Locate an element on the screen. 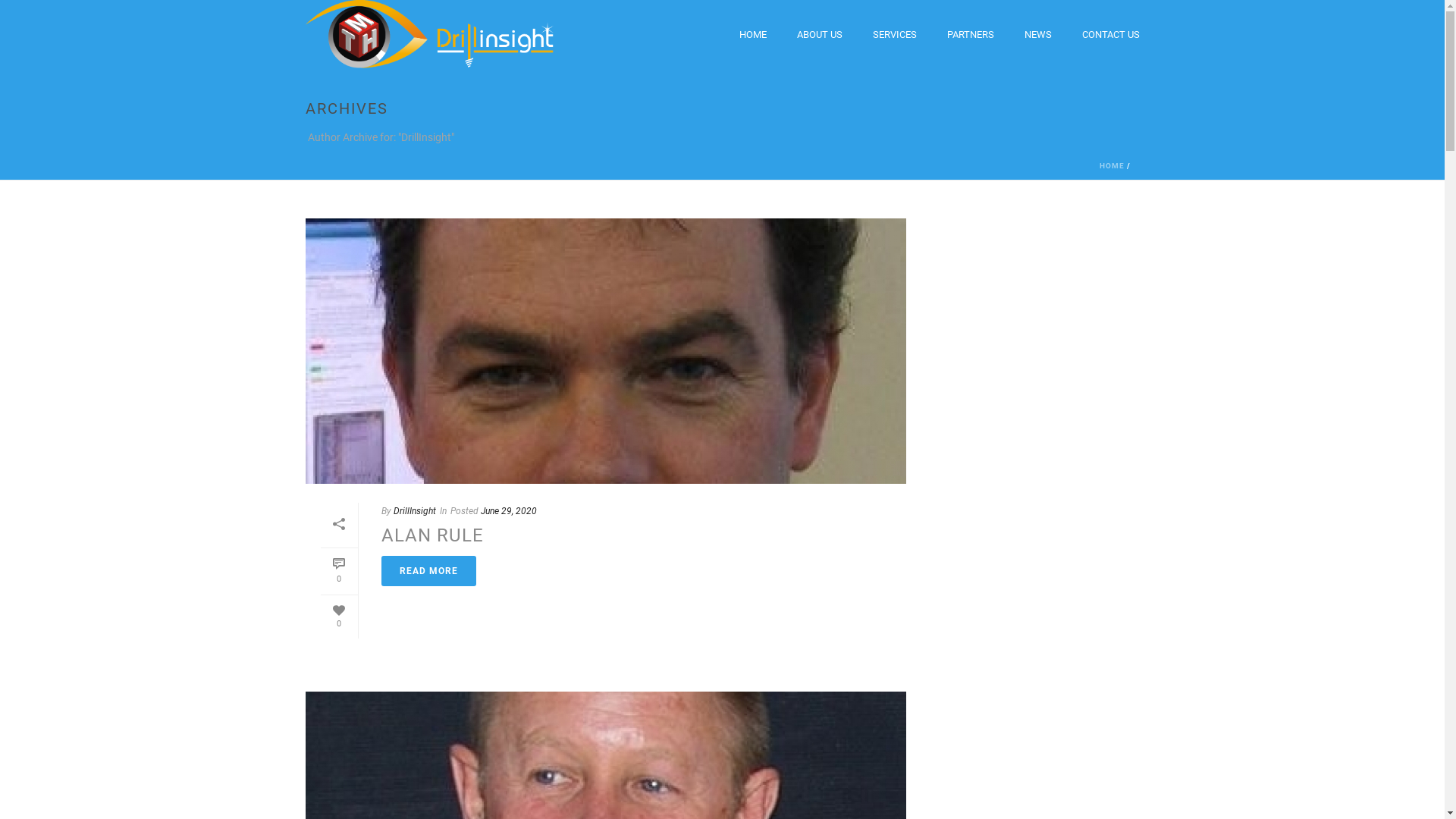 The height and width of the screenshot is (819, 1456). 'NEWS' is located at coordinates (1037, 34).